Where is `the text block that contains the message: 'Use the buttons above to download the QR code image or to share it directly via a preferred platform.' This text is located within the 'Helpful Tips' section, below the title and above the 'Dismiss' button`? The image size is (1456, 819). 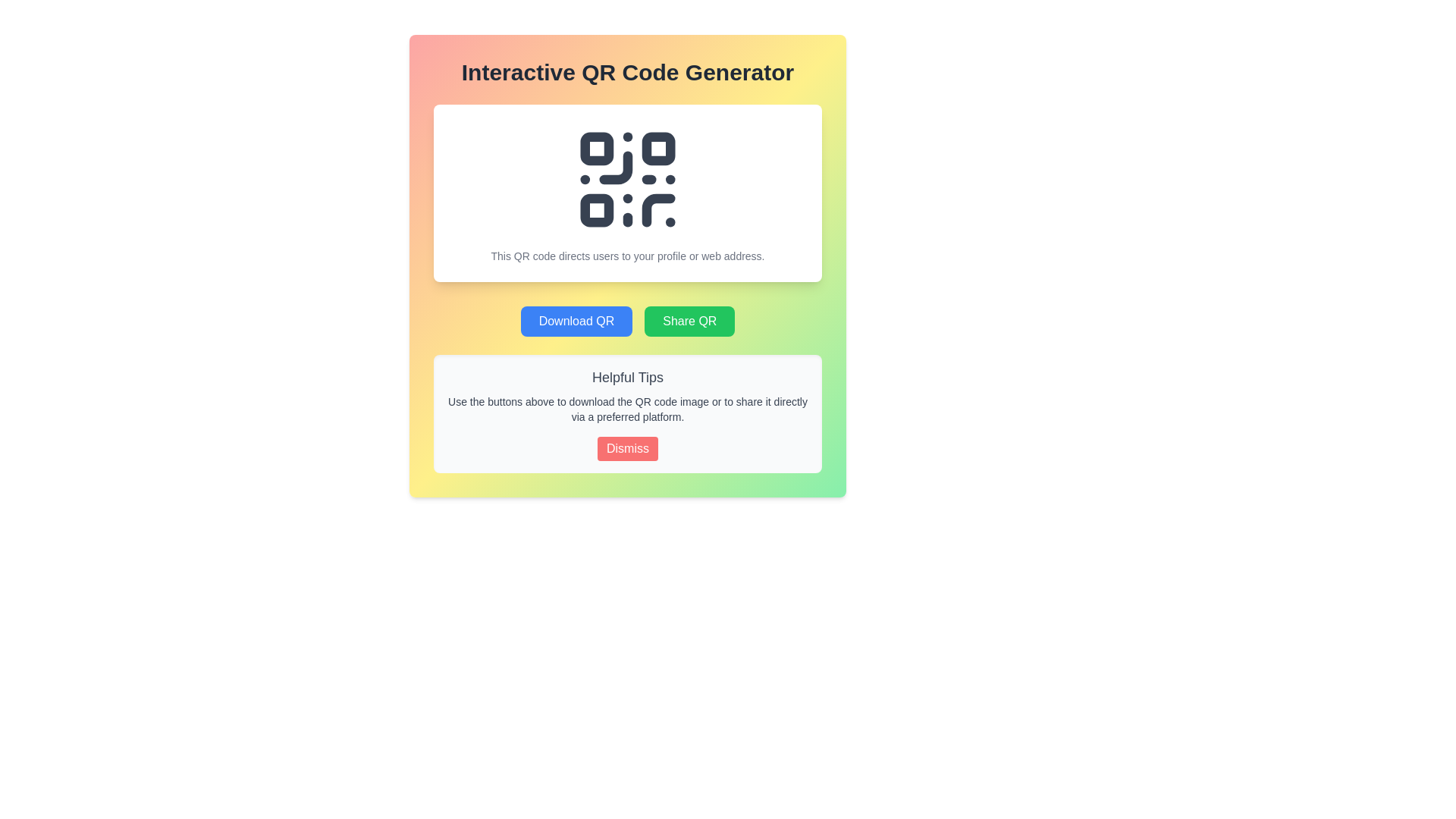
the text block that contains the message: 'Use the buttons above to download the QR code image or to share it directly via a preferred platform.' This text is located within the 'Helpful Tips' section, below the title and above the 'Dismiss' button is located at coordinates (628, 409).